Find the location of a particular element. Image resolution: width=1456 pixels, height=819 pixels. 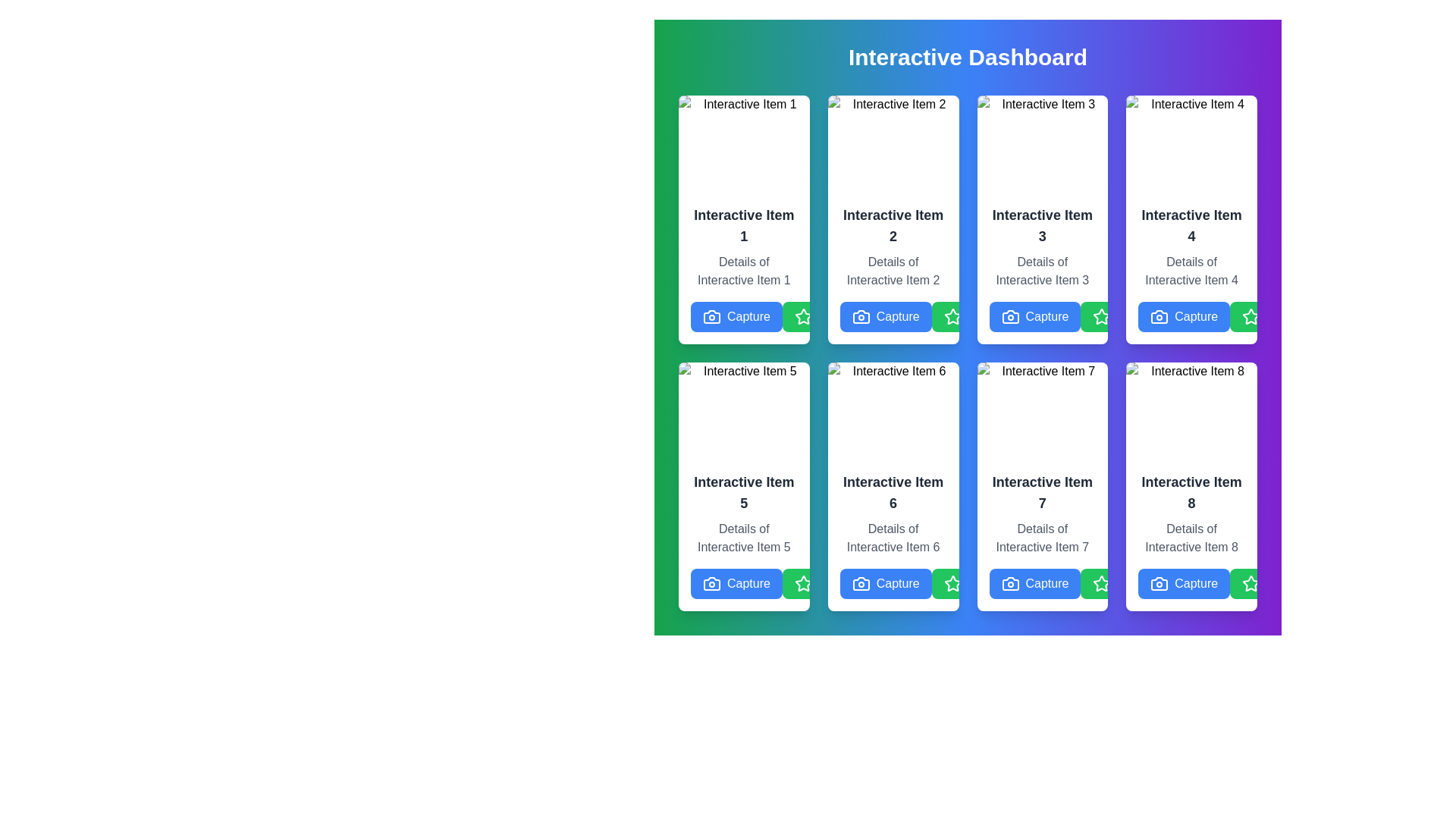

the text block that provides additional information for 'Interactive Item 7', located beneath its header and above the action buttons is located at coordinates (1041, 537).